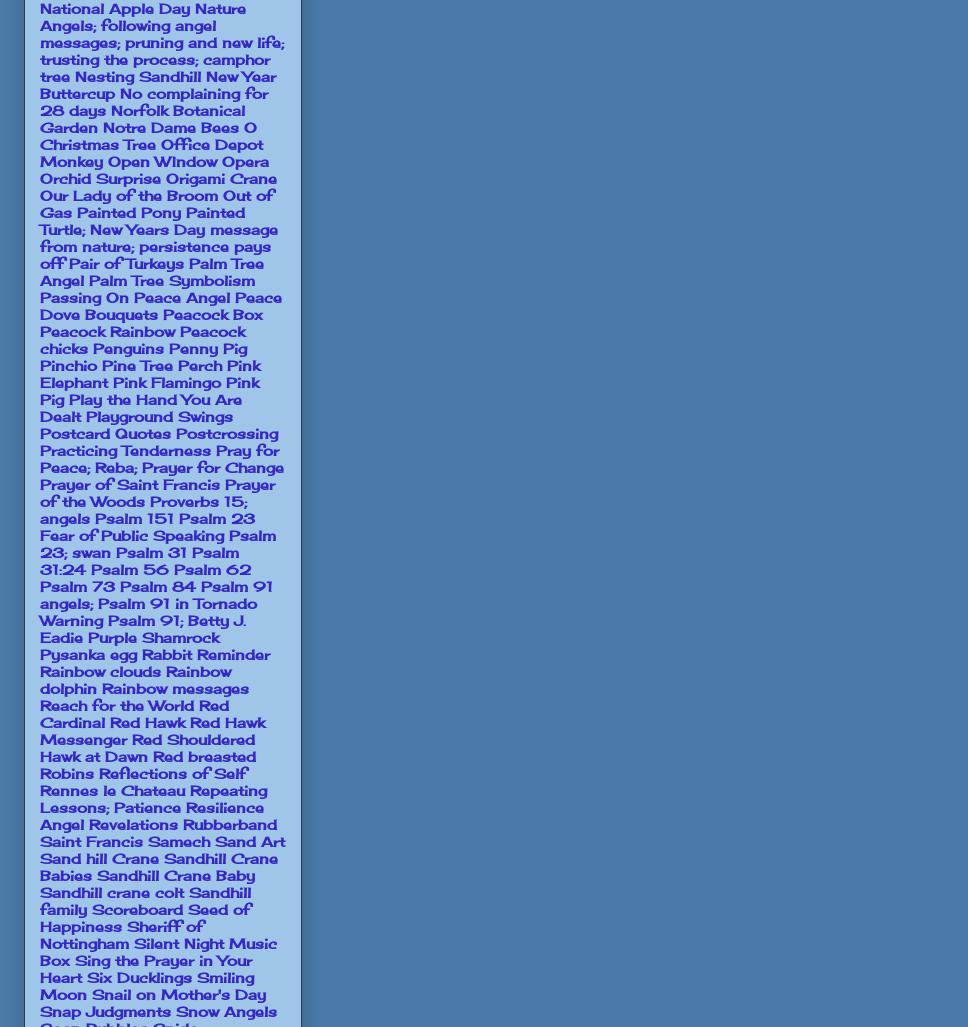 This screenshot has height=1027, width=968. I want to click on 'Psalm 23; swan', so click(156, 541).